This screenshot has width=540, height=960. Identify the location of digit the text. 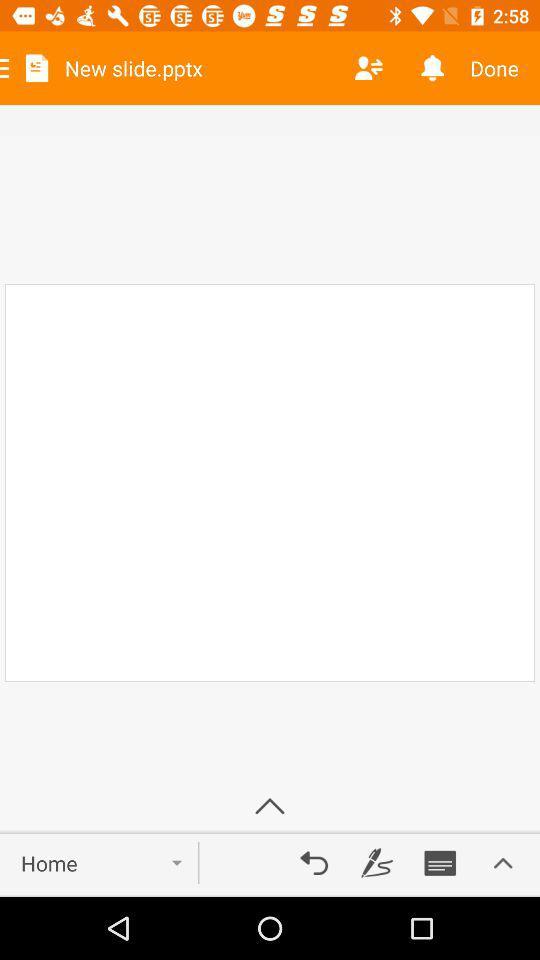
(377, 862).